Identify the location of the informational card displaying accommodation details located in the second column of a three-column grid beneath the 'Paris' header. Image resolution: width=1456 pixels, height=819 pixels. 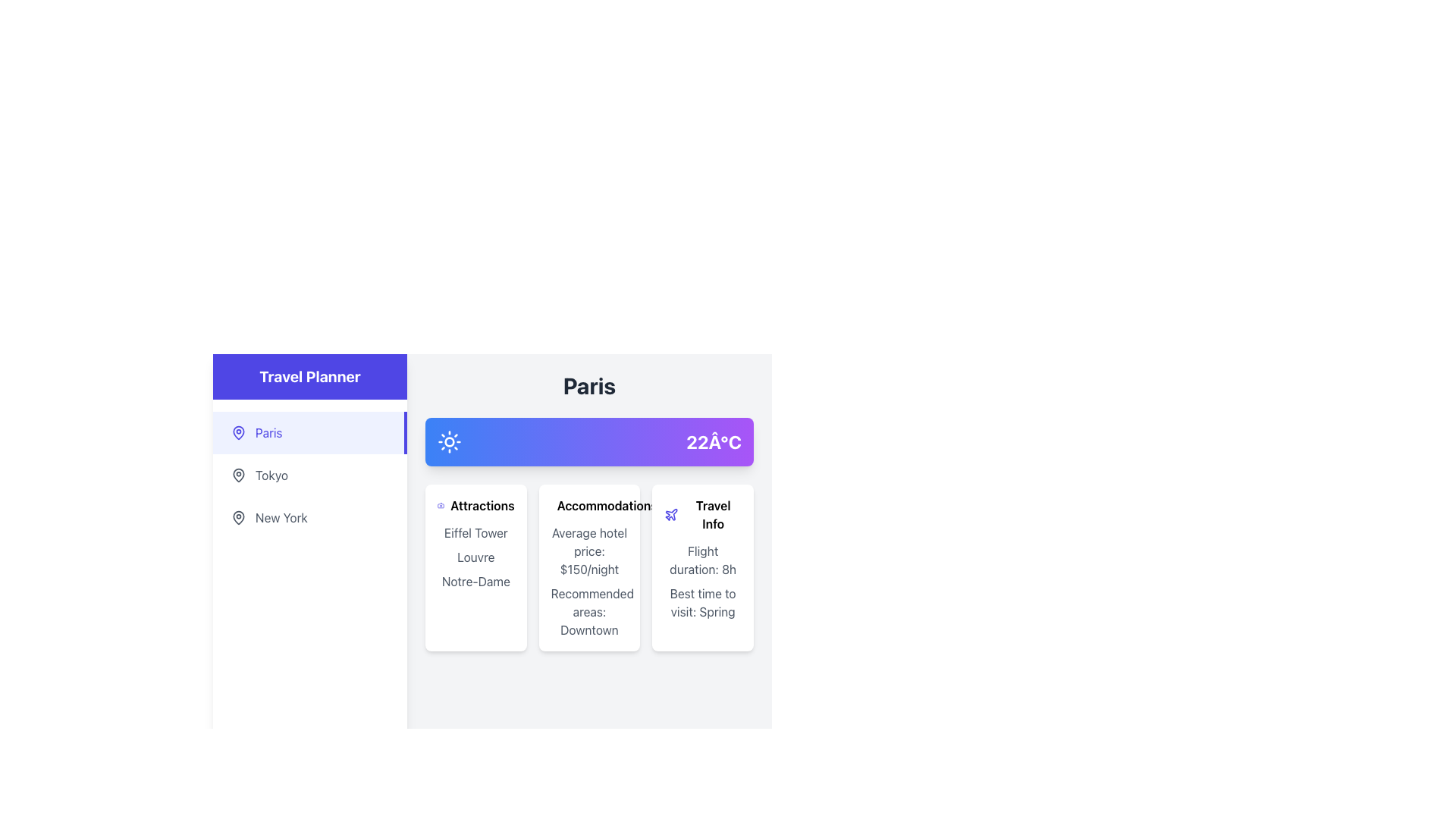
(588, 512).